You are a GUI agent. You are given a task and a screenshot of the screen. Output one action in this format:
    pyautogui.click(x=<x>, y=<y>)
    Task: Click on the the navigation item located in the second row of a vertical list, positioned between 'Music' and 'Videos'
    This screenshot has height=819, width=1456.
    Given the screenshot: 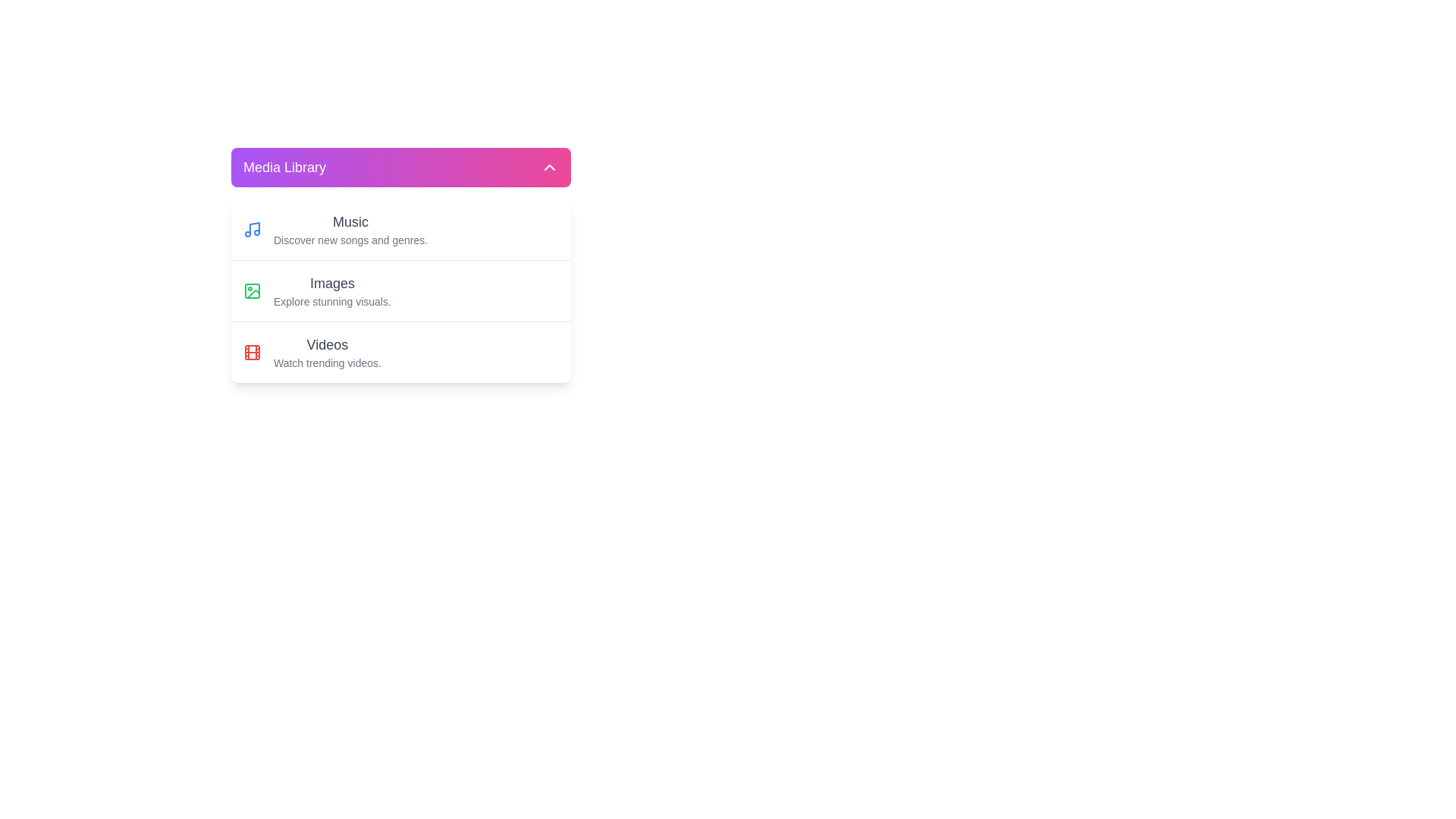 What is the action you would take?
    pyautogui.click(x=400, y=290)
    